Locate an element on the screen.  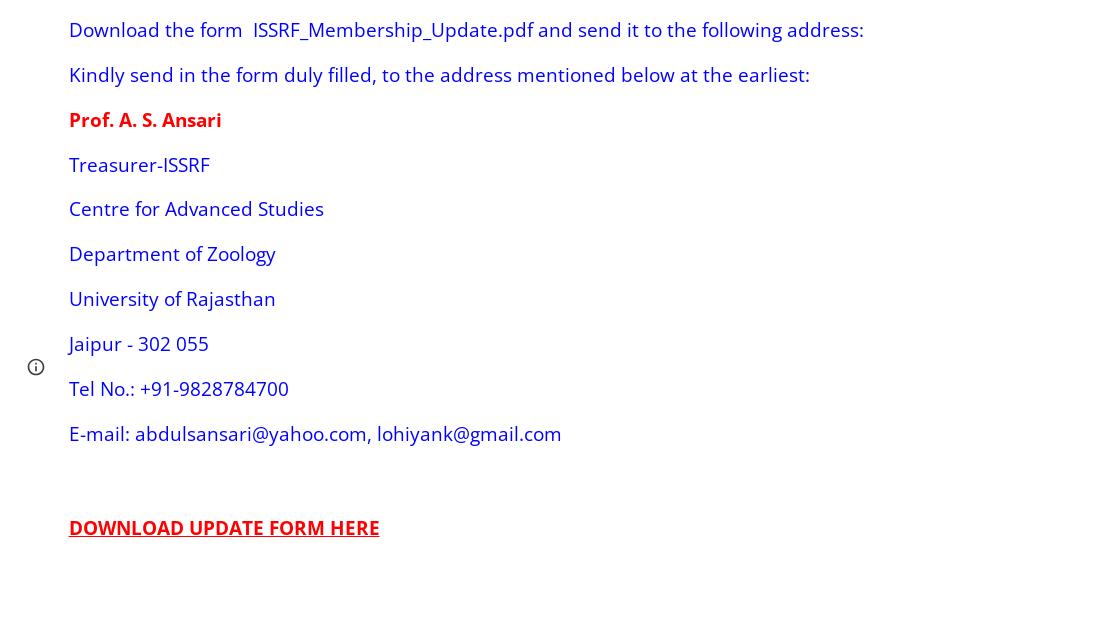
'Centre for Advanced Studies' is located at coordinates (194, 207).